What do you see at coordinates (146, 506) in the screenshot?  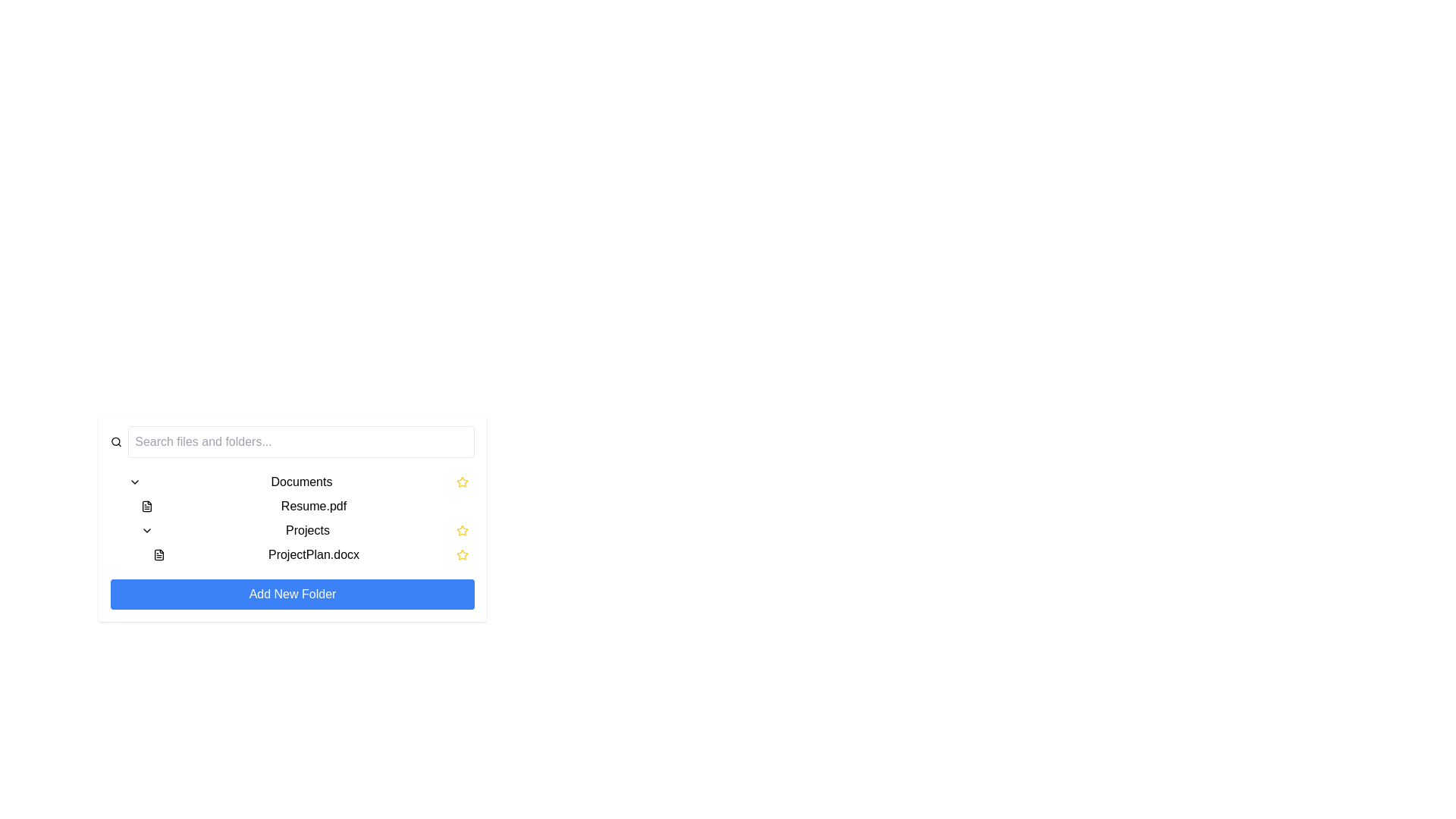 I see `the top-left portion of the file document icon, which has a folded corner` at bounding box center [146, 506].